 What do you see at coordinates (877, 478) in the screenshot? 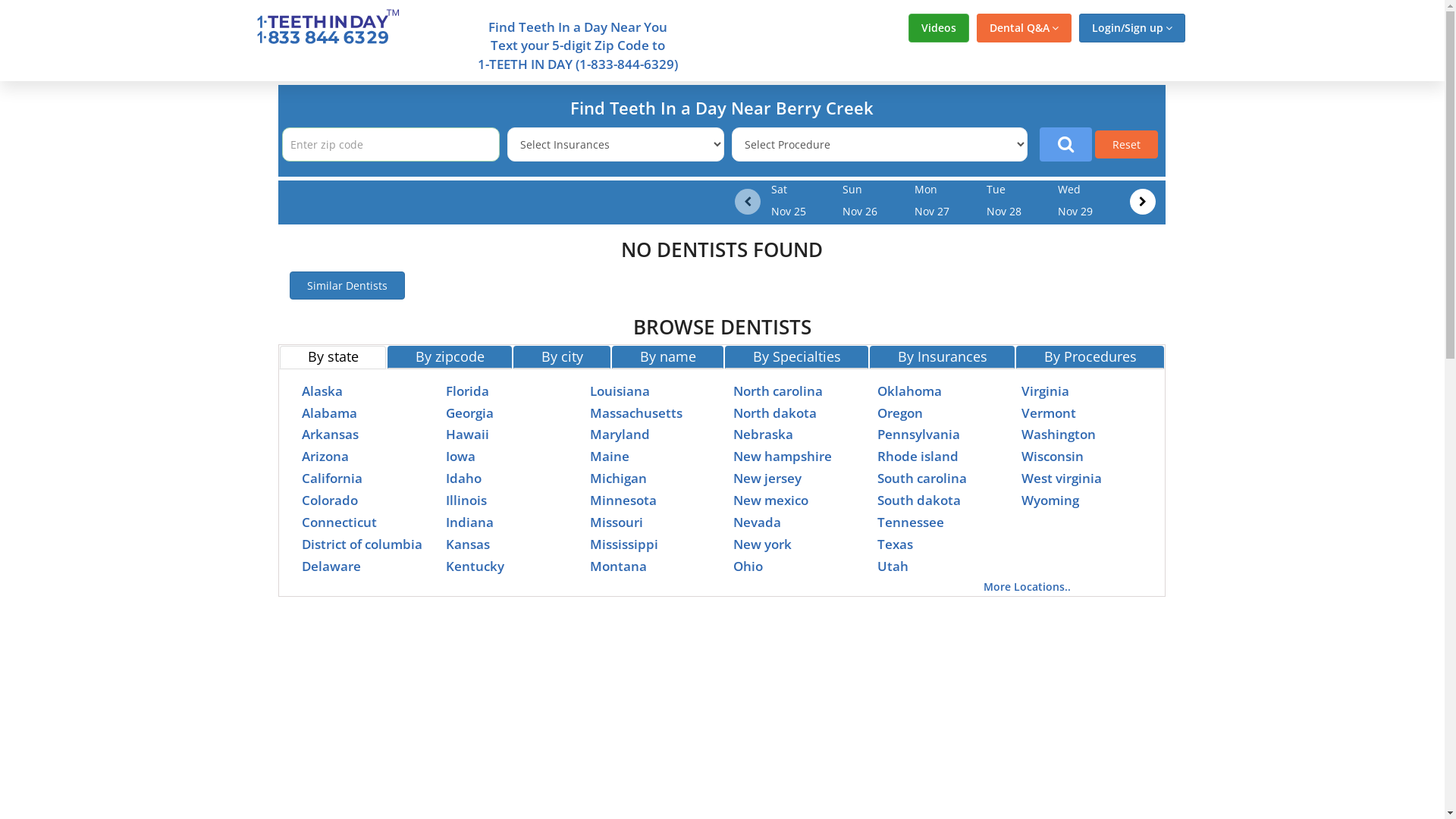
I see `'South carolina'` at bounding box center [877, 478].